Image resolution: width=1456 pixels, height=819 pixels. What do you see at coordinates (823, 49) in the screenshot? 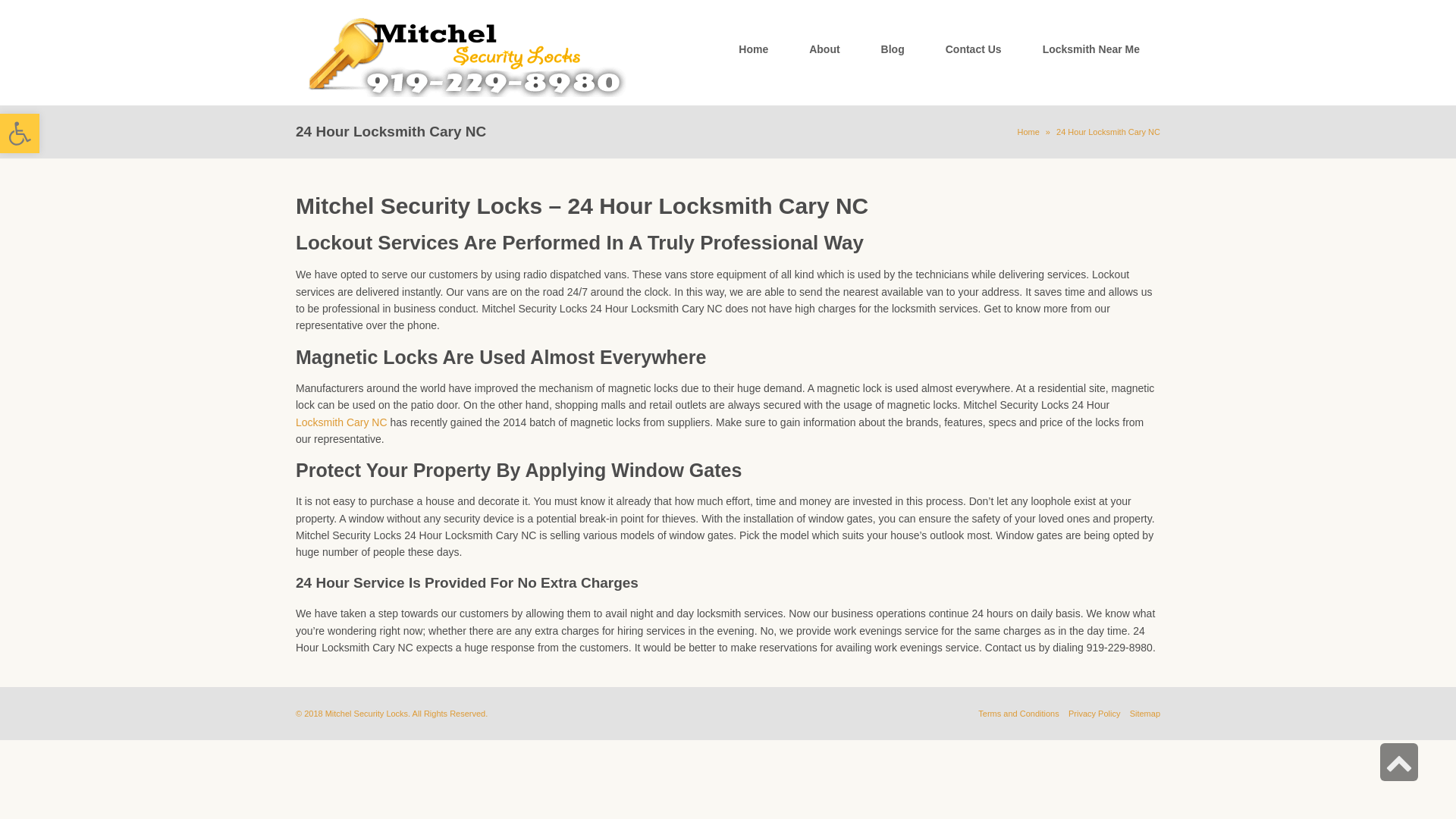
I see `'About'` at bounding box center [823, 49].